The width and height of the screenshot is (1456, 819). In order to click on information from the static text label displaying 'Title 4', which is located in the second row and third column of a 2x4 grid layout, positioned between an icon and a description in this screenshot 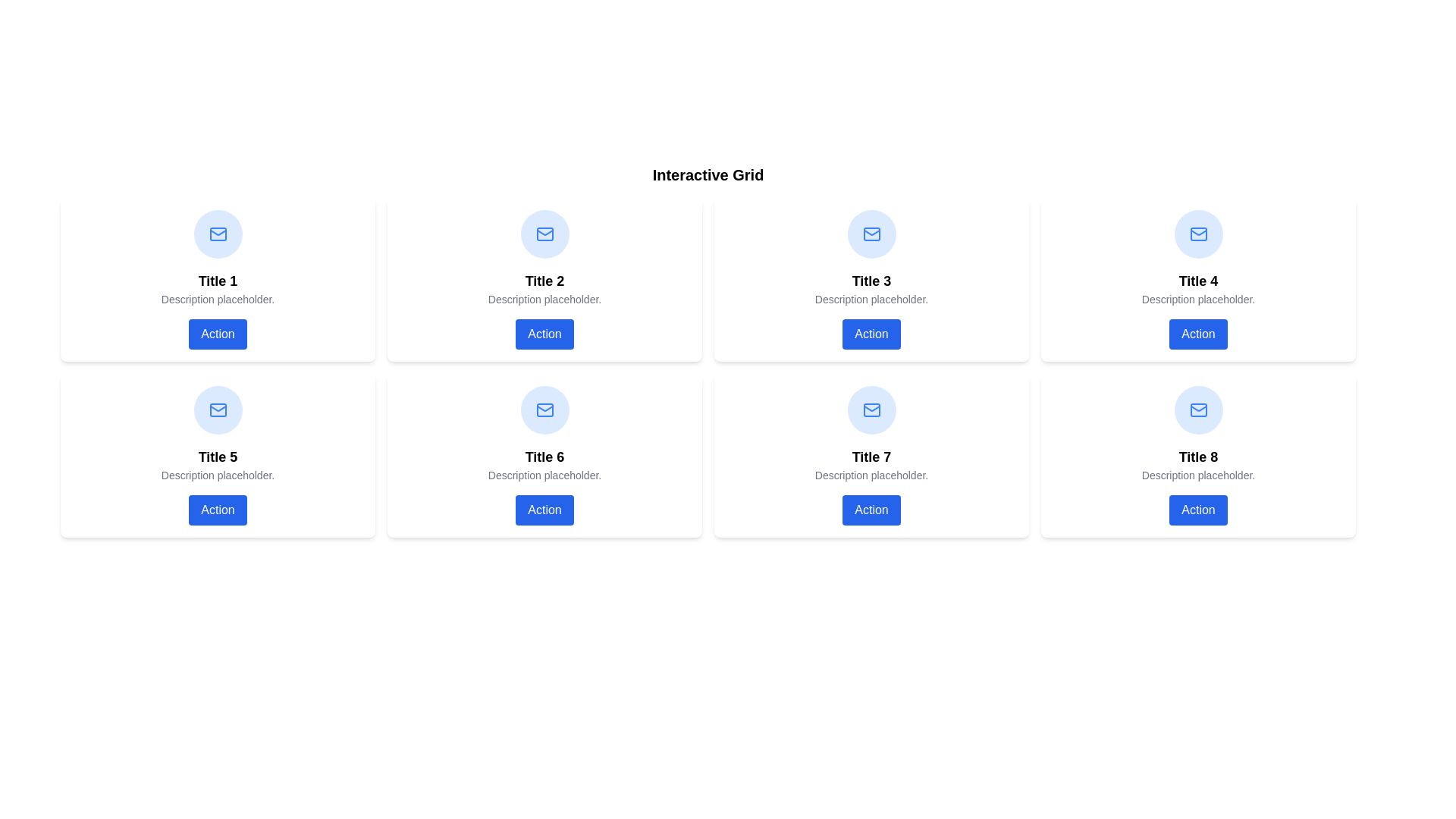, I will do `click(1197, 281)`.